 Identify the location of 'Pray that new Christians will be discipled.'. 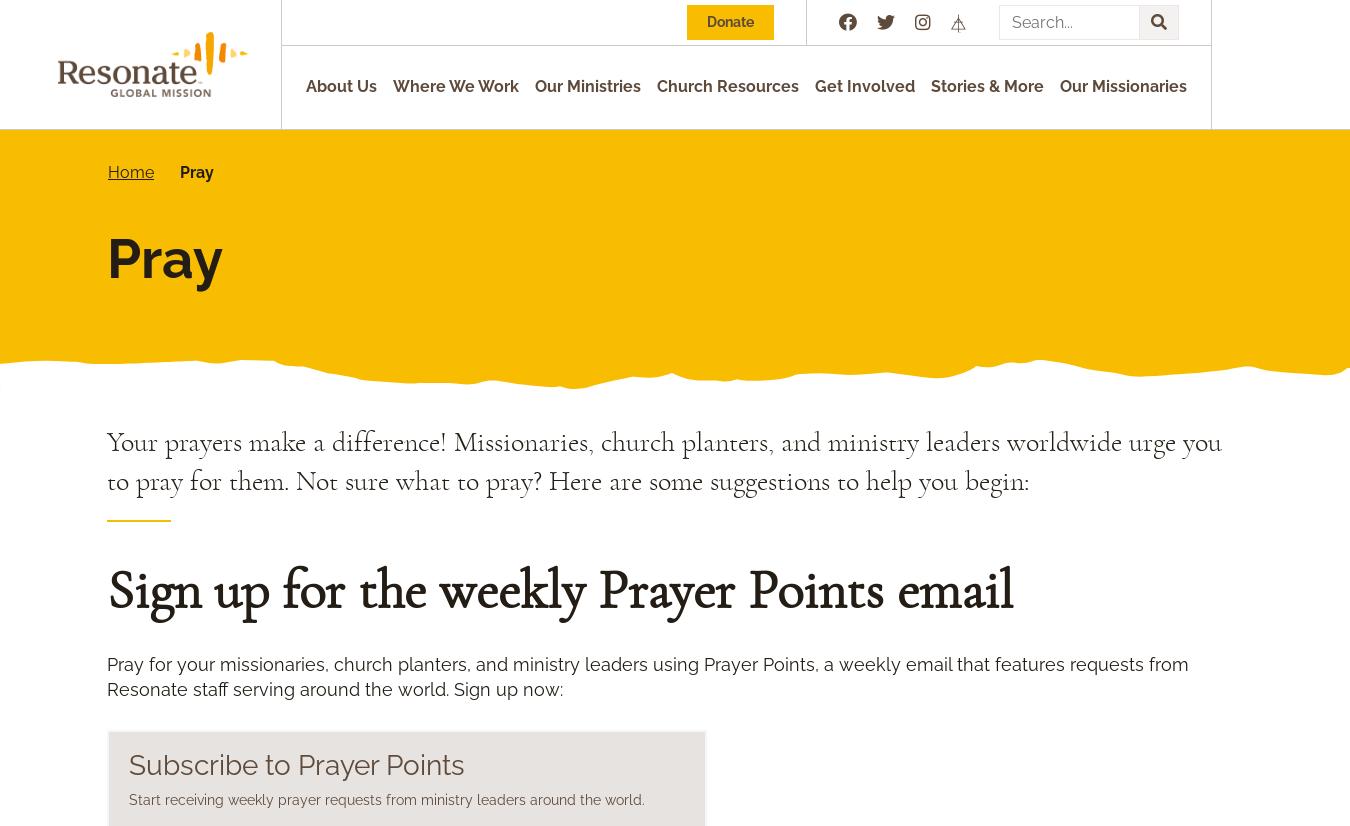
(339, 672).